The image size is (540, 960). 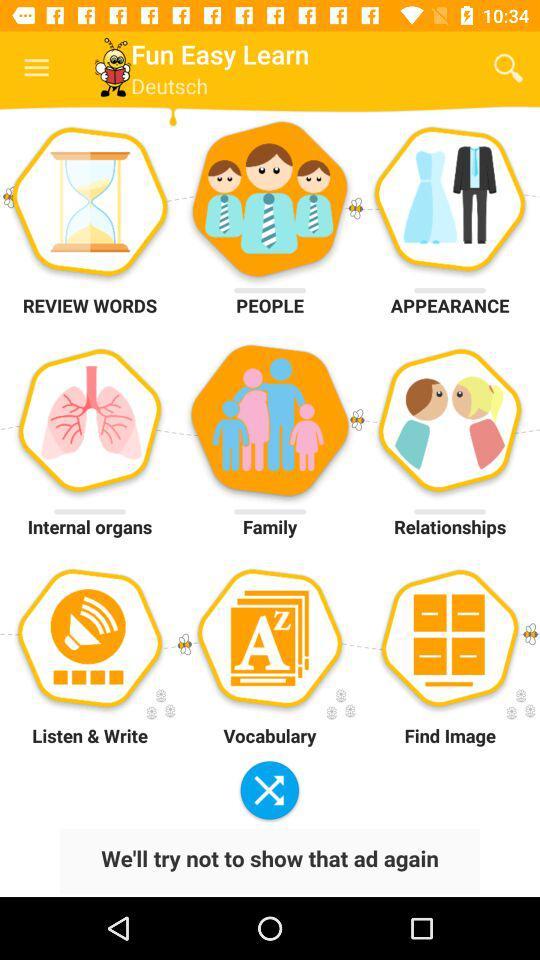 What do you see at coordinates (269, 791) in the screenshot?
I see `the close icon` at bounding box center [269, 791].